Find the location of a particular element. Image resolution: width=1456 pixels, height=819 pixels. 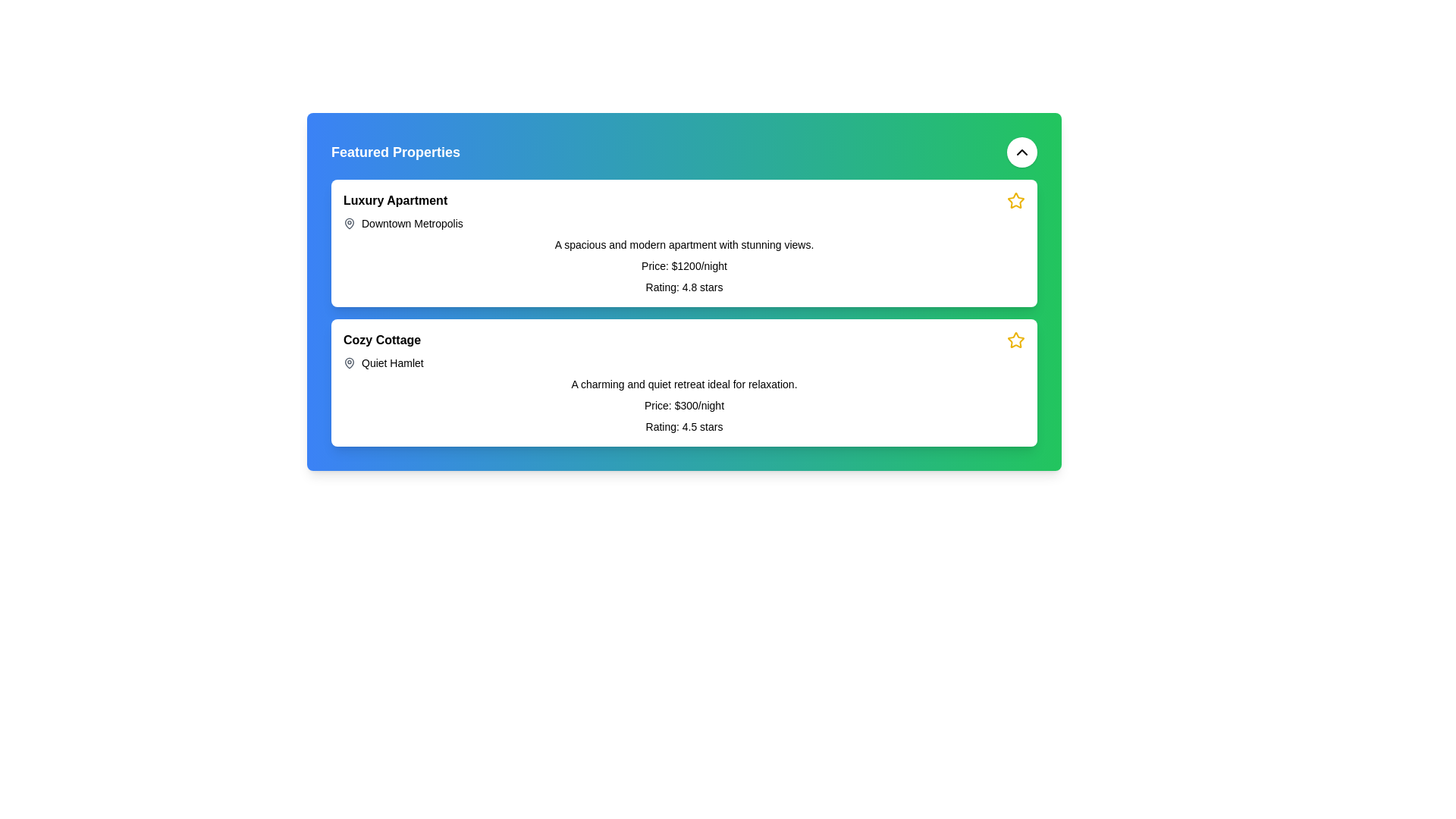

the text label displaying the average user rating for the property located at the bottom of the 'Cozy Cottage' card is located at coordinates (683, 427).